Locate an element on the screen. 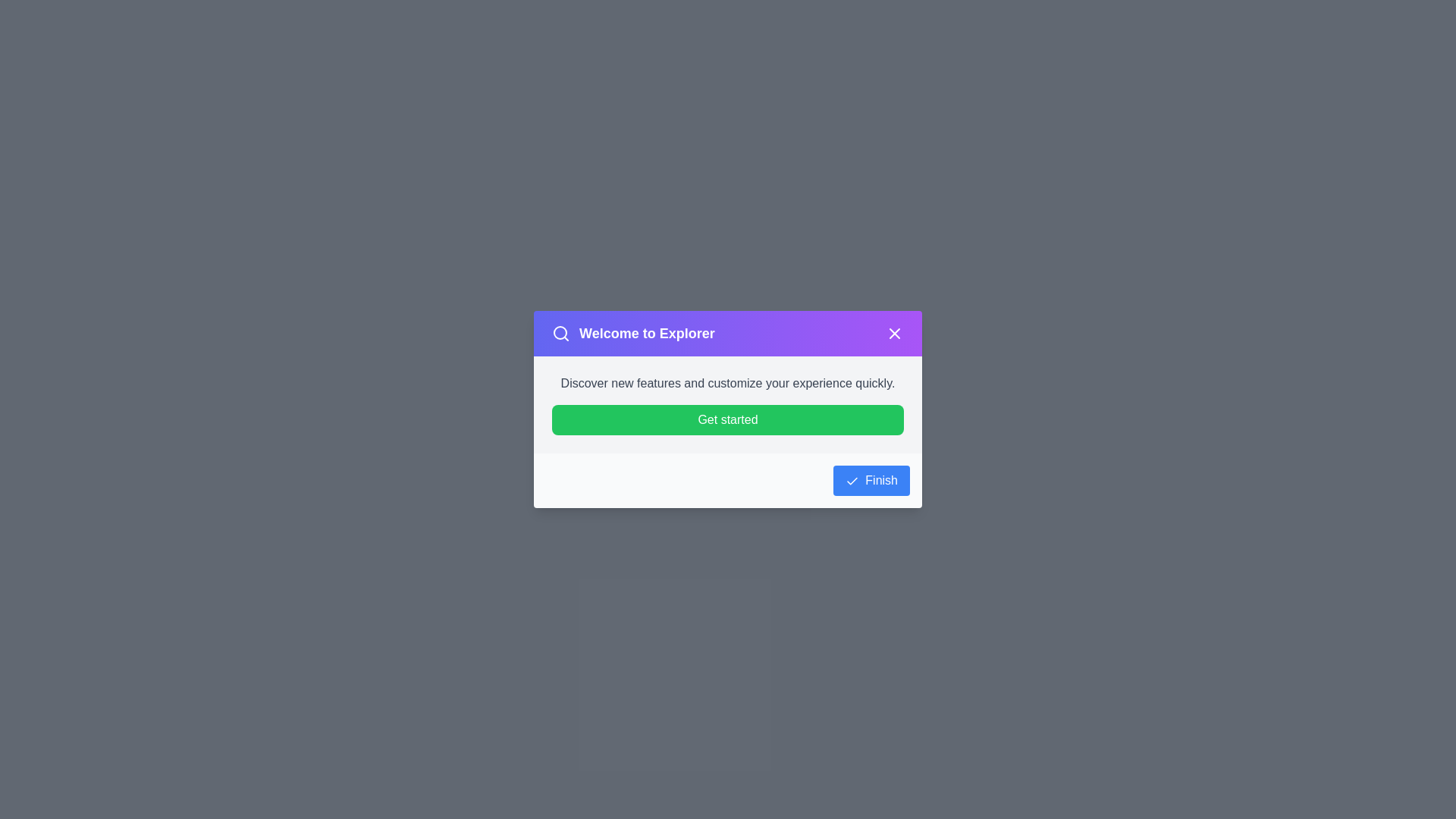  the dialog background area to inspect it is located at coordinates (378, 378).